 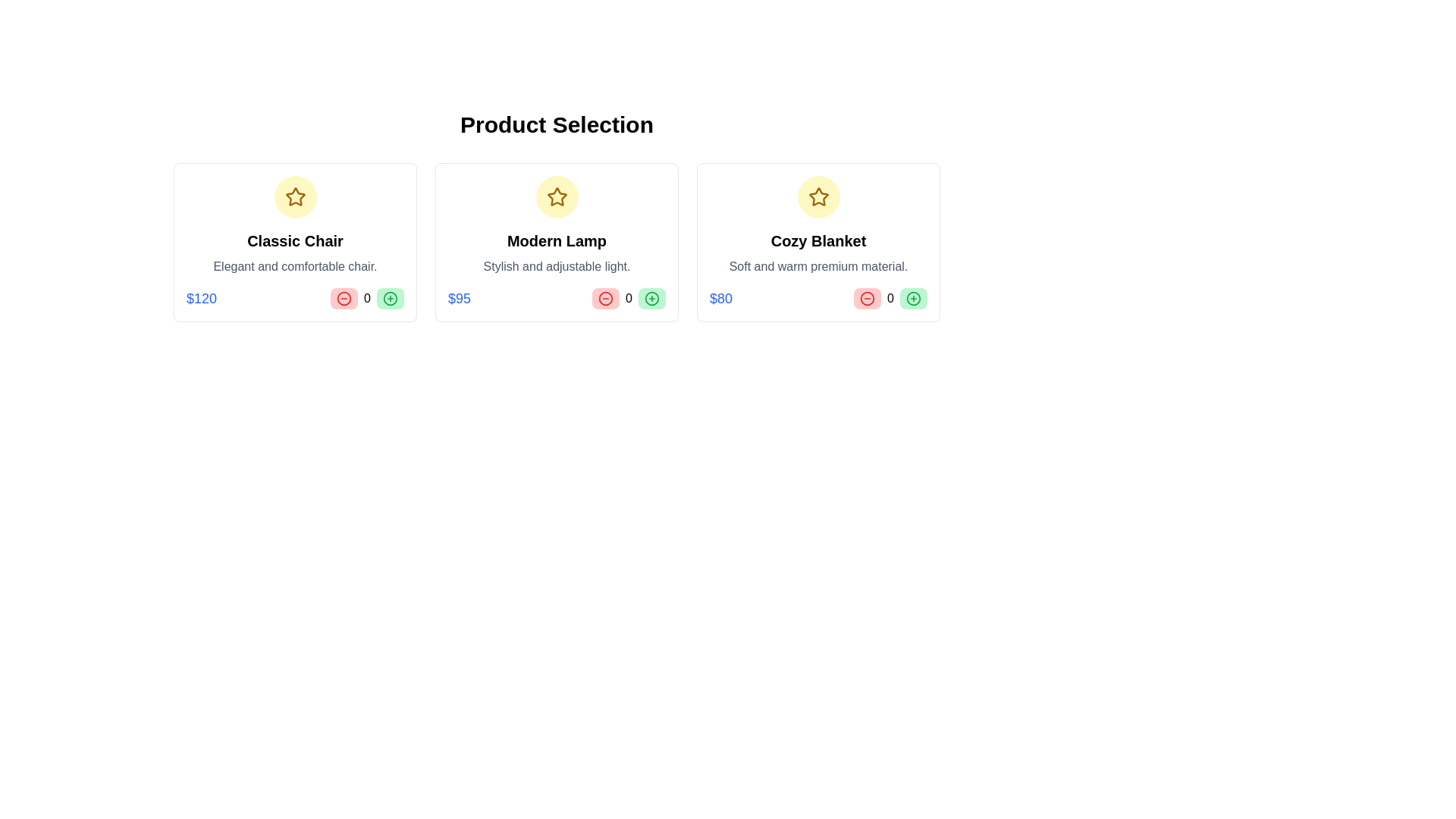 What do you see at coordinates (390, 298) in the screenshot?
I see `the button with a plus sign located at the bottom right corner within the card labeled 'Classic Chair' to increment the counter or add an item` at bounding box center [390, 298].